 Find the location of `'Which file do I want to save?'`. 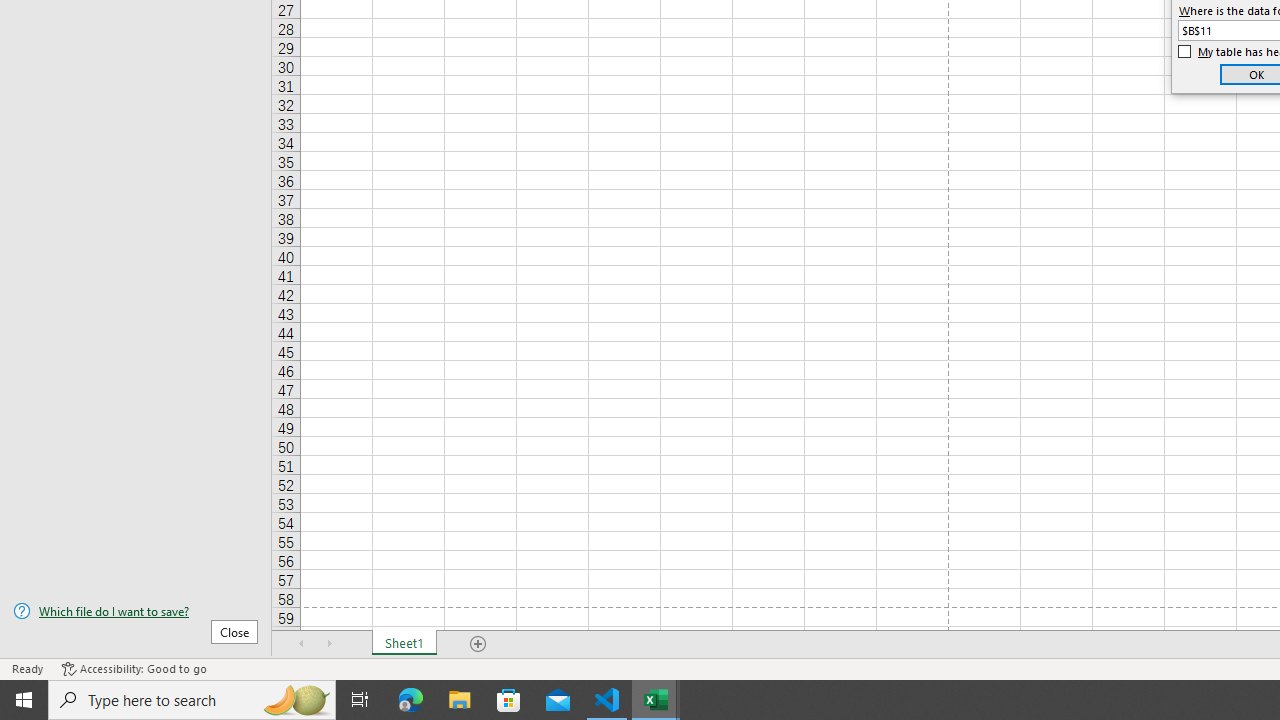

'Which file do I want to save?' is located at coordinates (135, 610).